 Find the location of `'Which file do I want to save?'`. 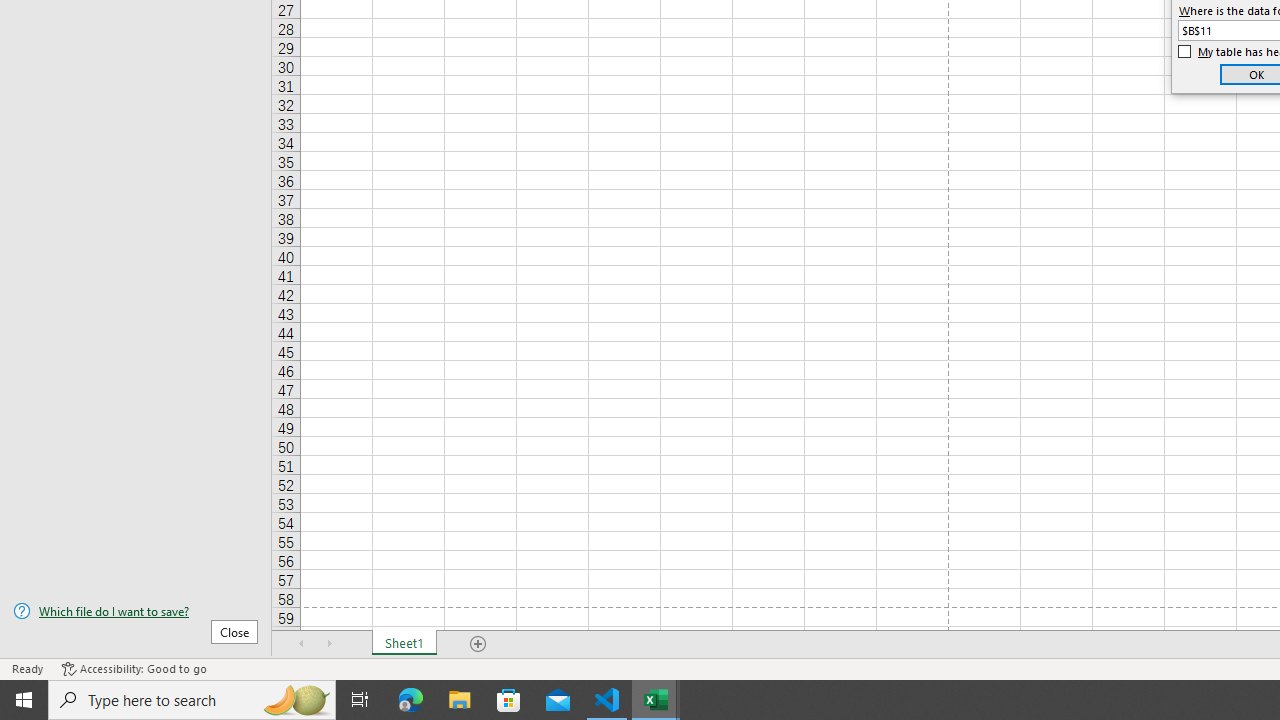

'Which file do I want to save?' is located at coordinates (135, 610).